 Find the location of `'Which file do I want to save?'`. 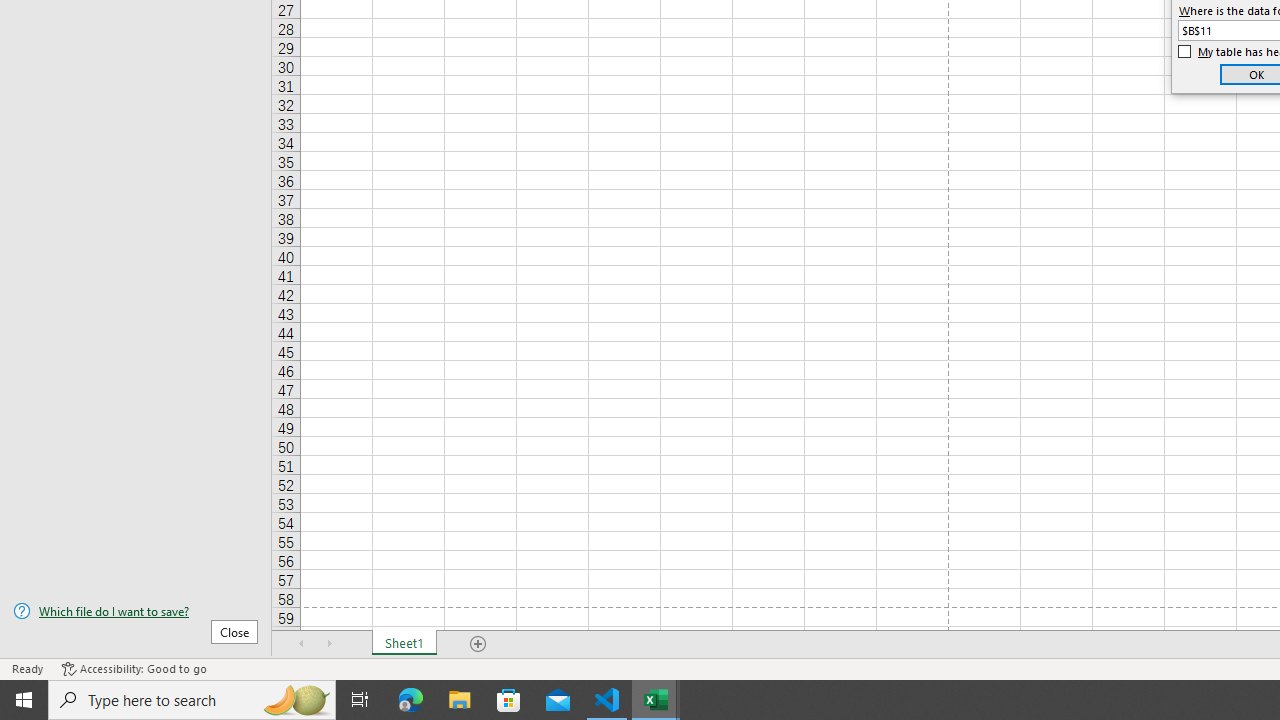

'Which file do I want to save?' is located at coordinates (135, 610).